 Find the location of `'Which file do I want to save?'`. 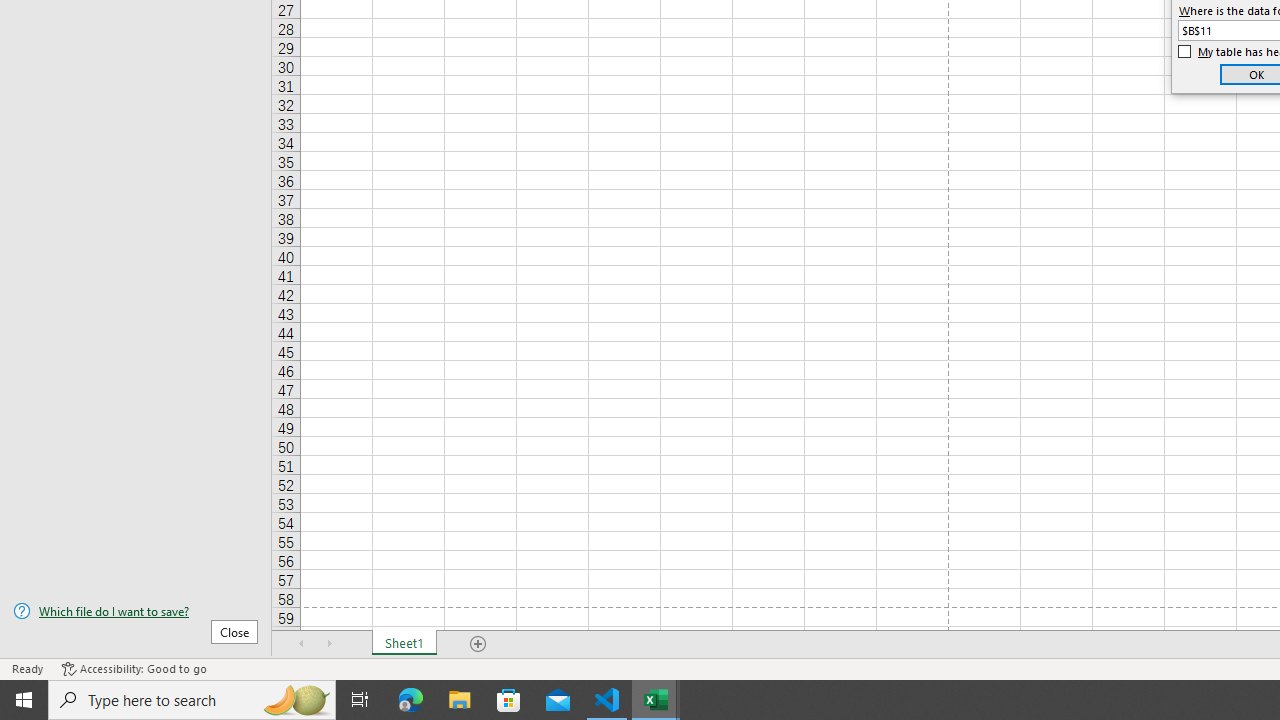

'Which file do I want to save?' is located at coordinates (135, 610).